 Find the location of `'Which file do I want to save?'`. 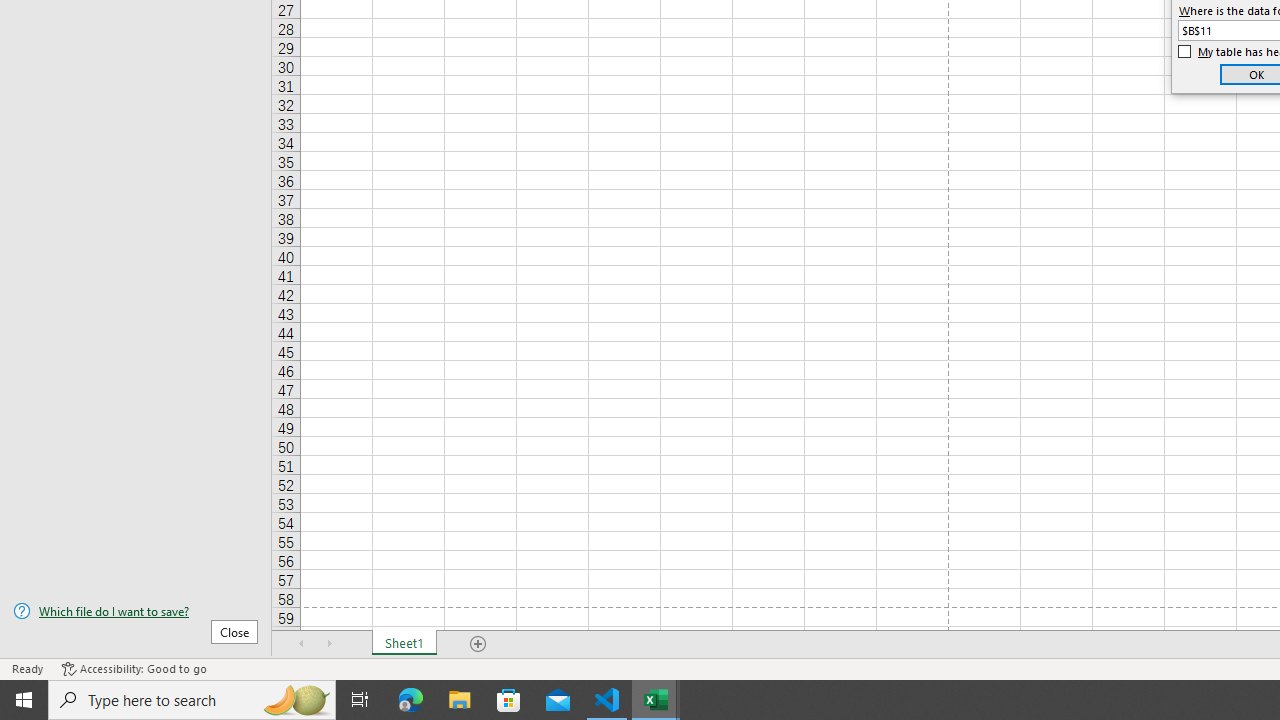

'Which file do I want to save?' is located at coordinates (135, 610).